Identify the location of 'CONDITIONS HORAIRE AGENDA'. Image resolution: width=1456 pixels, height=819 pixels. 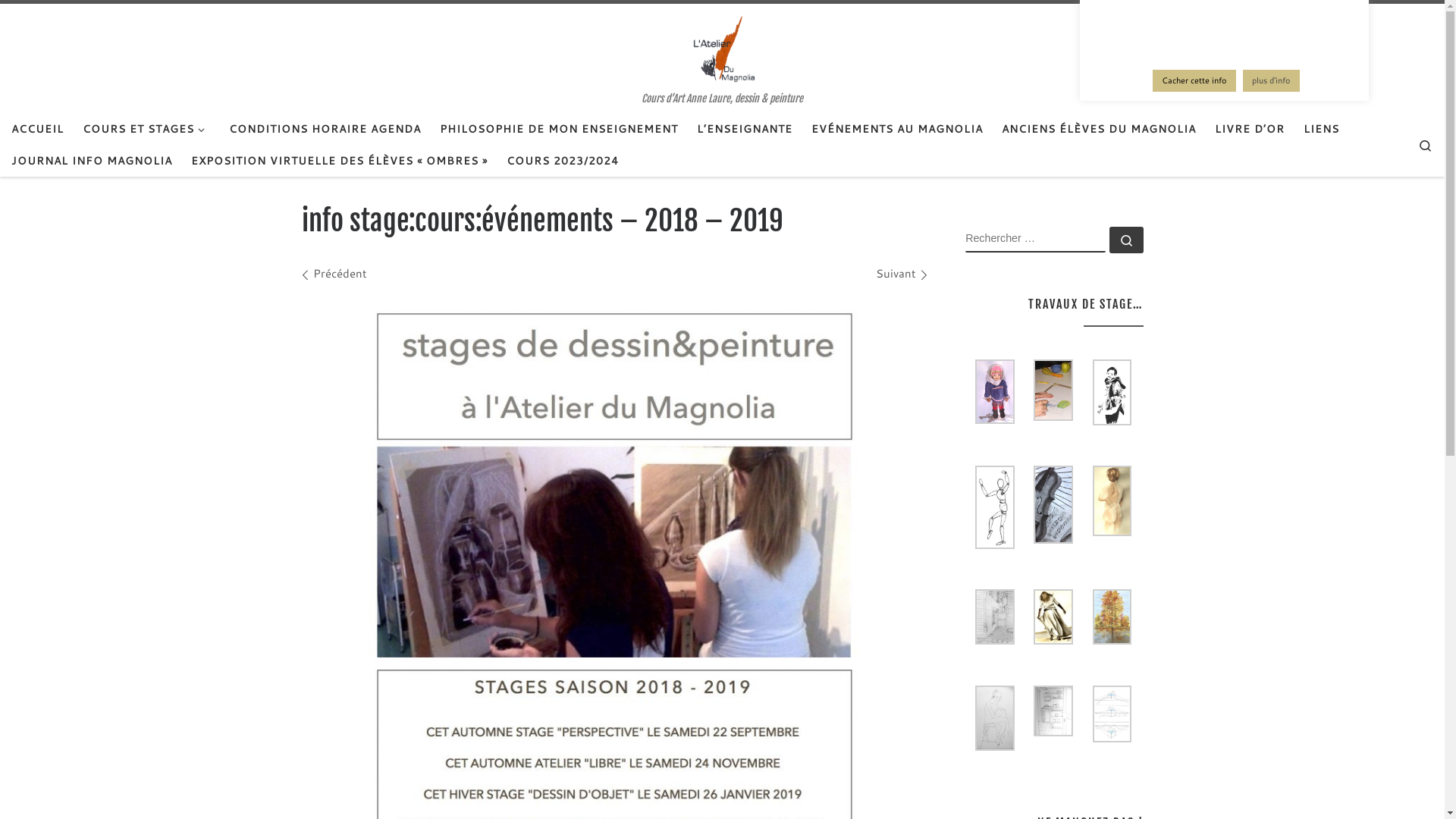
(324, 127).